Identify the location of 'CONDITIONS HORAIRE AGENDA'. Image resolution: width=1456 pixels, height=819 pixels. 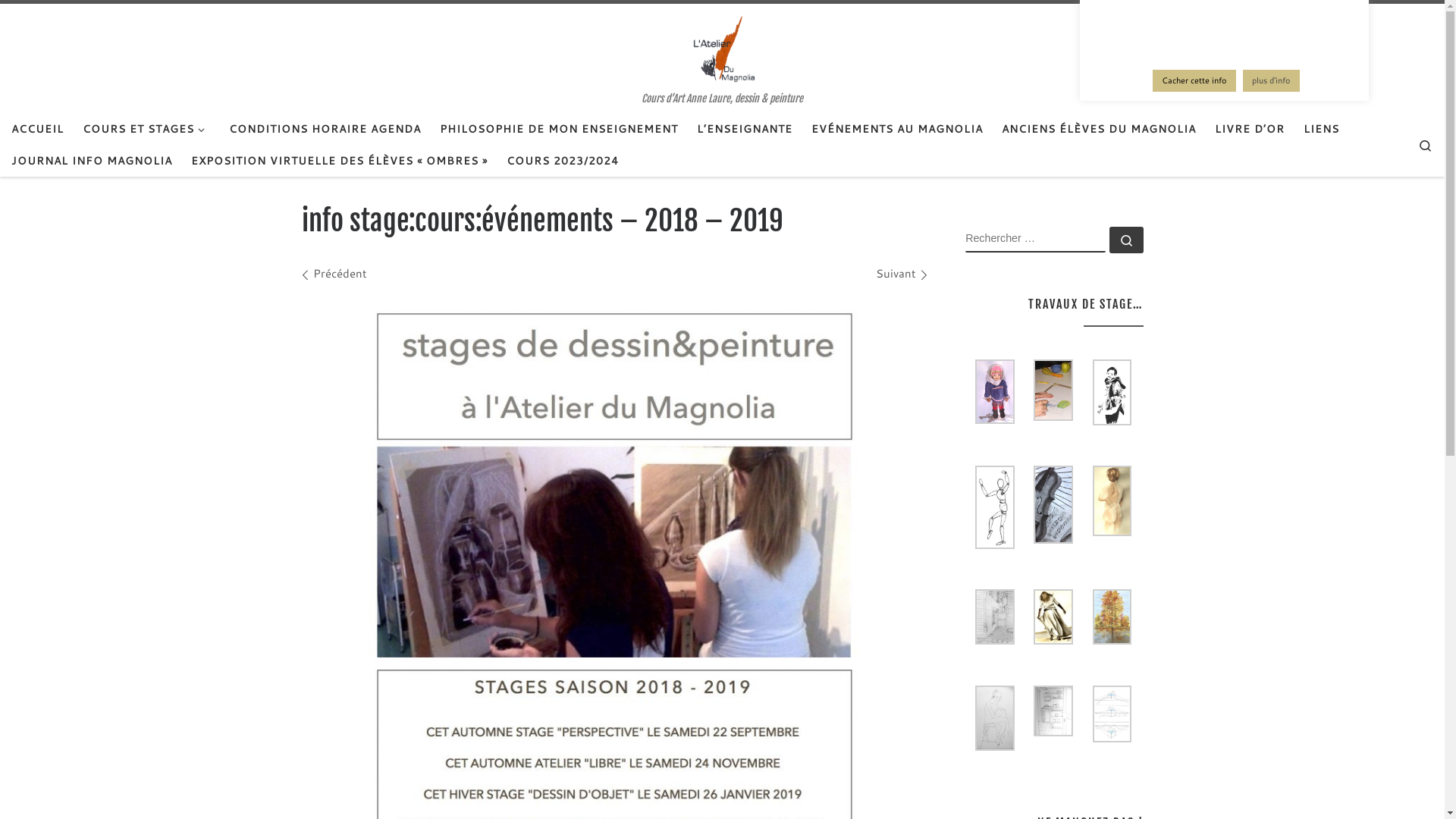
(324, 127).